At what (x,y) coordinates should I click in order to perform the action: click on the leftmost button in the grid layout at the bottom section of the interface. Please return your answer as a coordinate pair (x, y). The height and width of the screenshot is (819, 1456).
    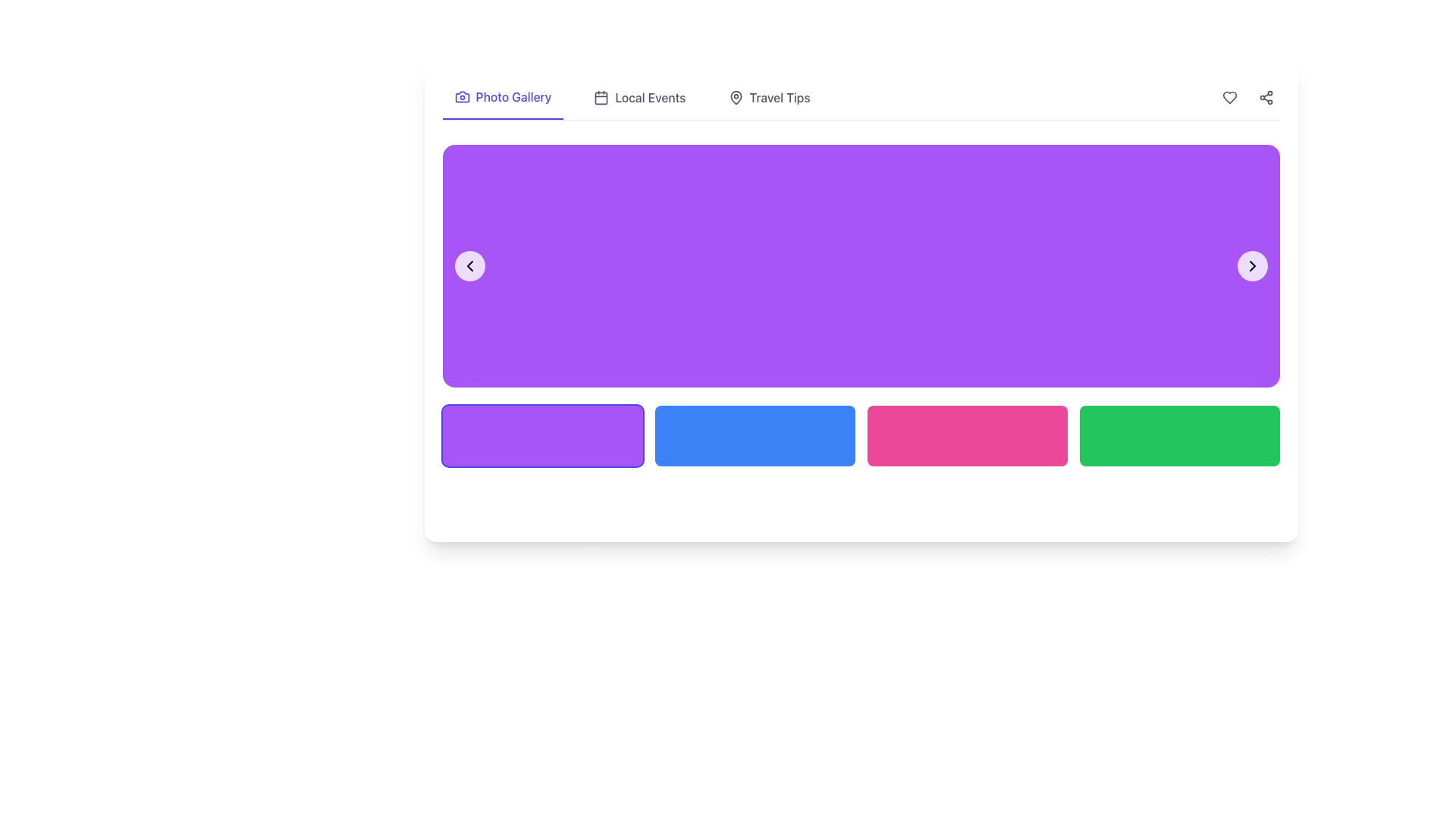
    Looking at the image, I should click on (542, 435).